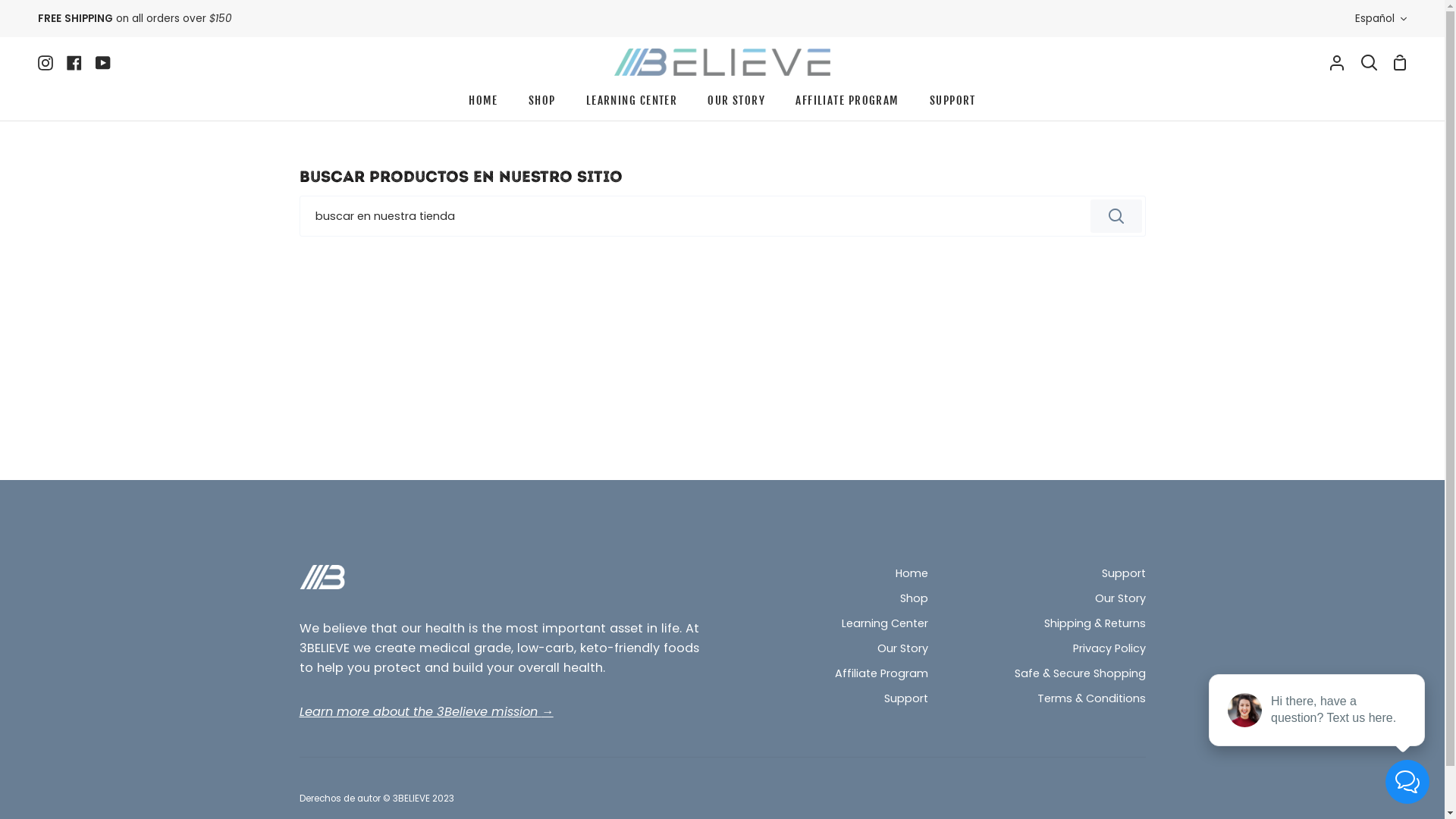  I want to click on 'Support', so click(906, 699).